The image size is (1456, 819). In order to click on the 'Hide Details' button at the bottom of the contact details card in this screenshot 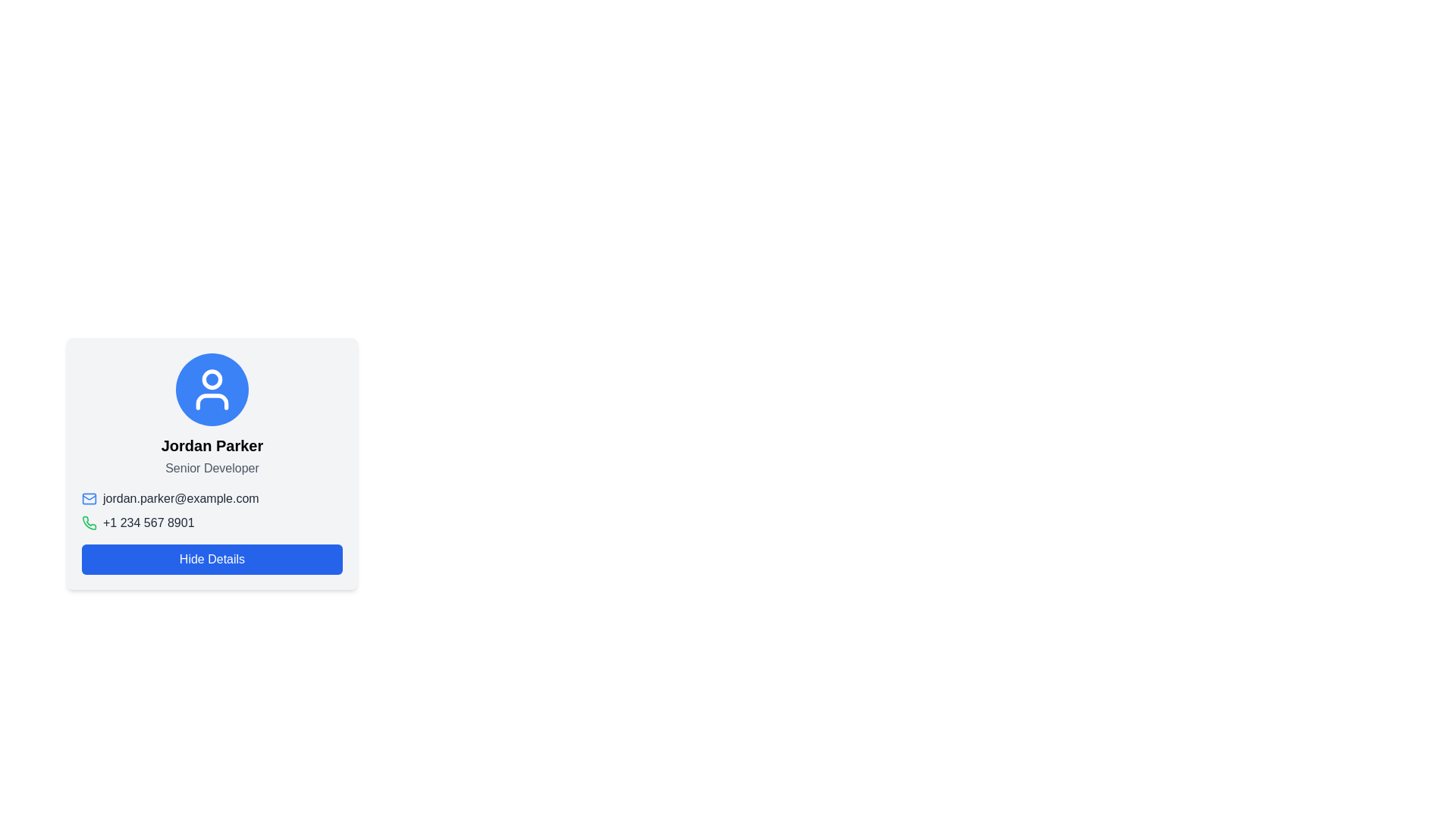, I will do `click(211, 559)`.